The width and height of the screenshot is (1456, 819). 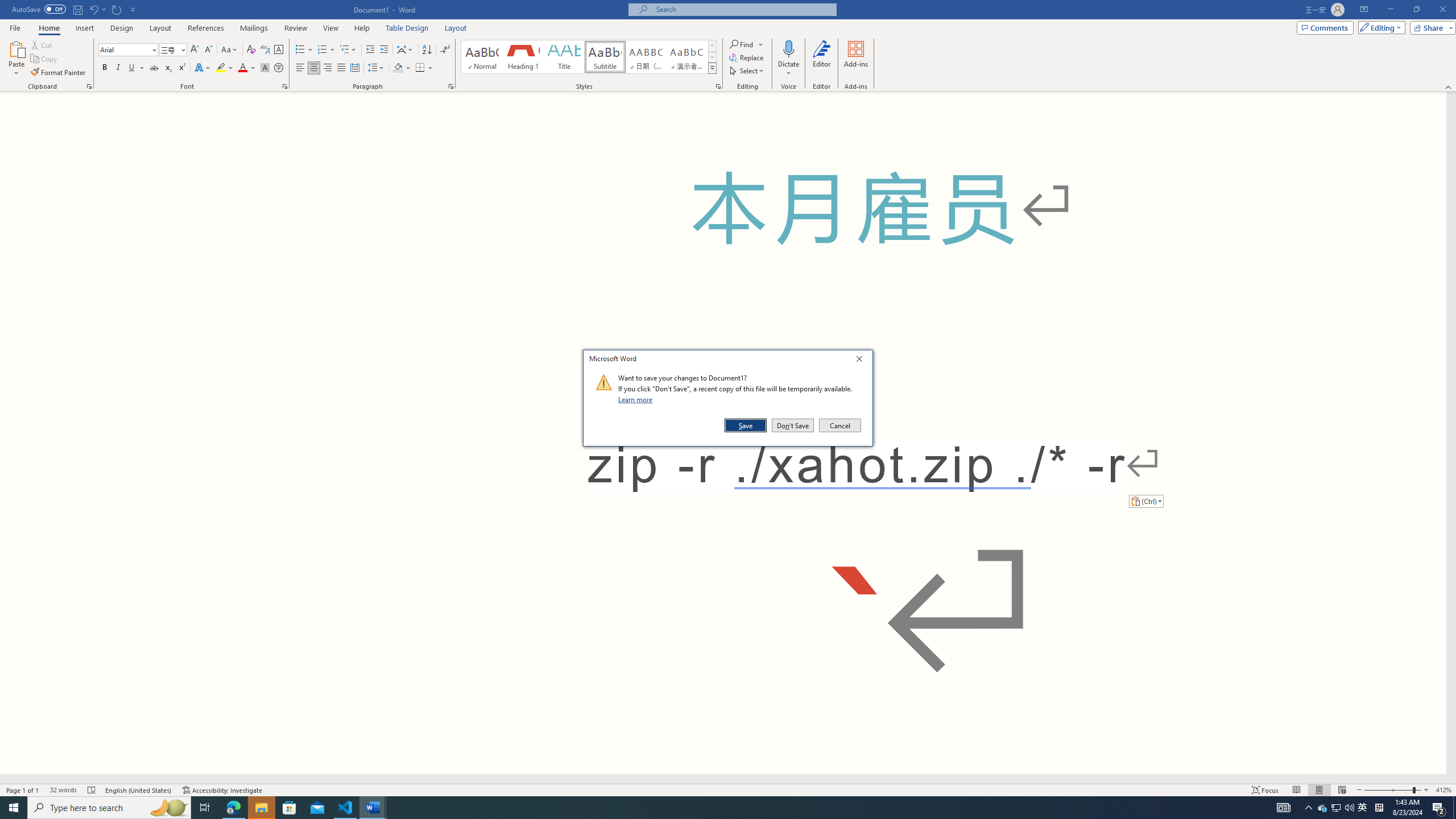 I want to click on 'Editor', so click(x=821, y=59).